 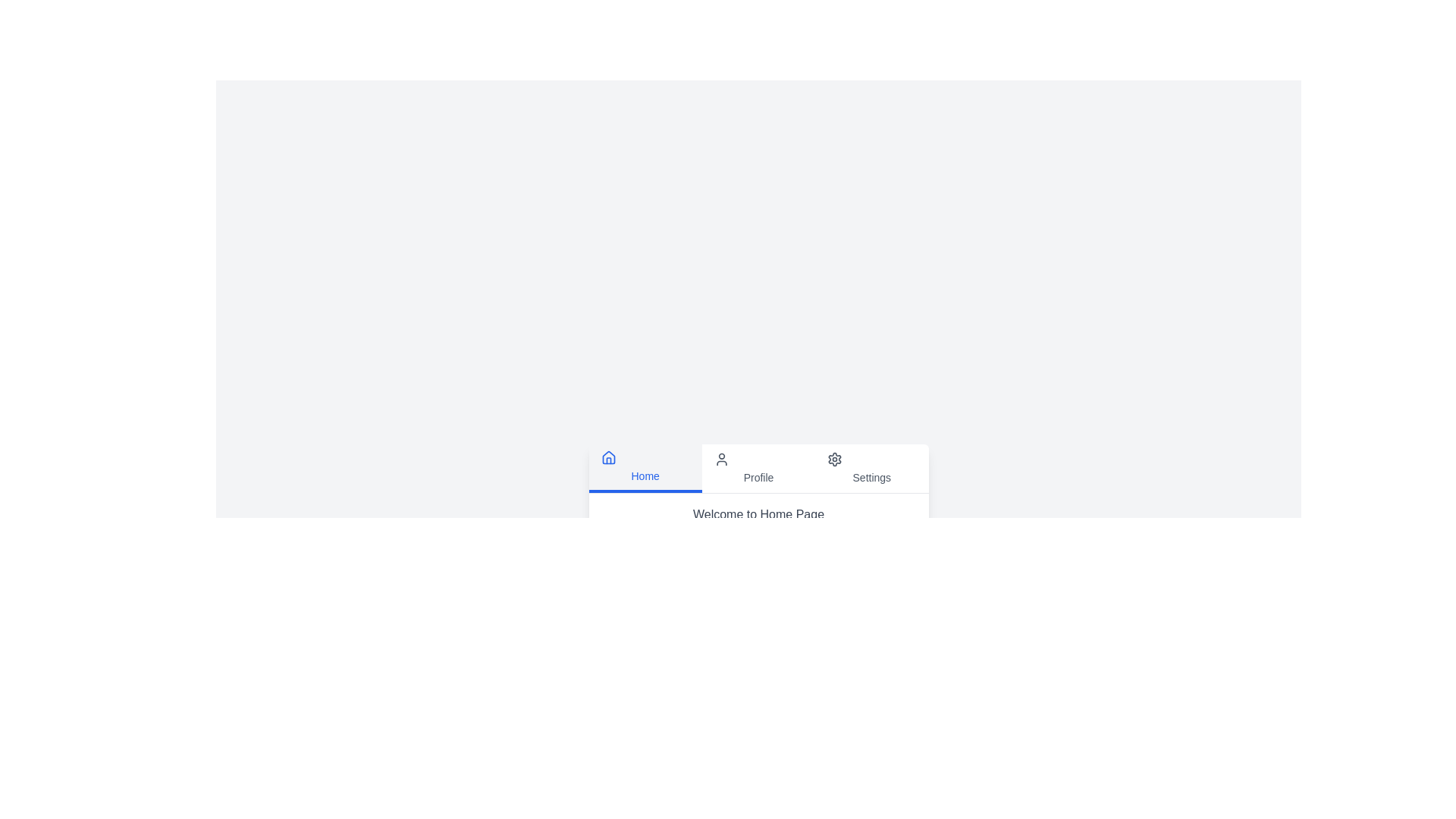 What do you see at coordinates (758, 467) in the screenshot?
I see `the tab labeled 'Profile' to switch to the respective tab` at bounding box center [758, 467].